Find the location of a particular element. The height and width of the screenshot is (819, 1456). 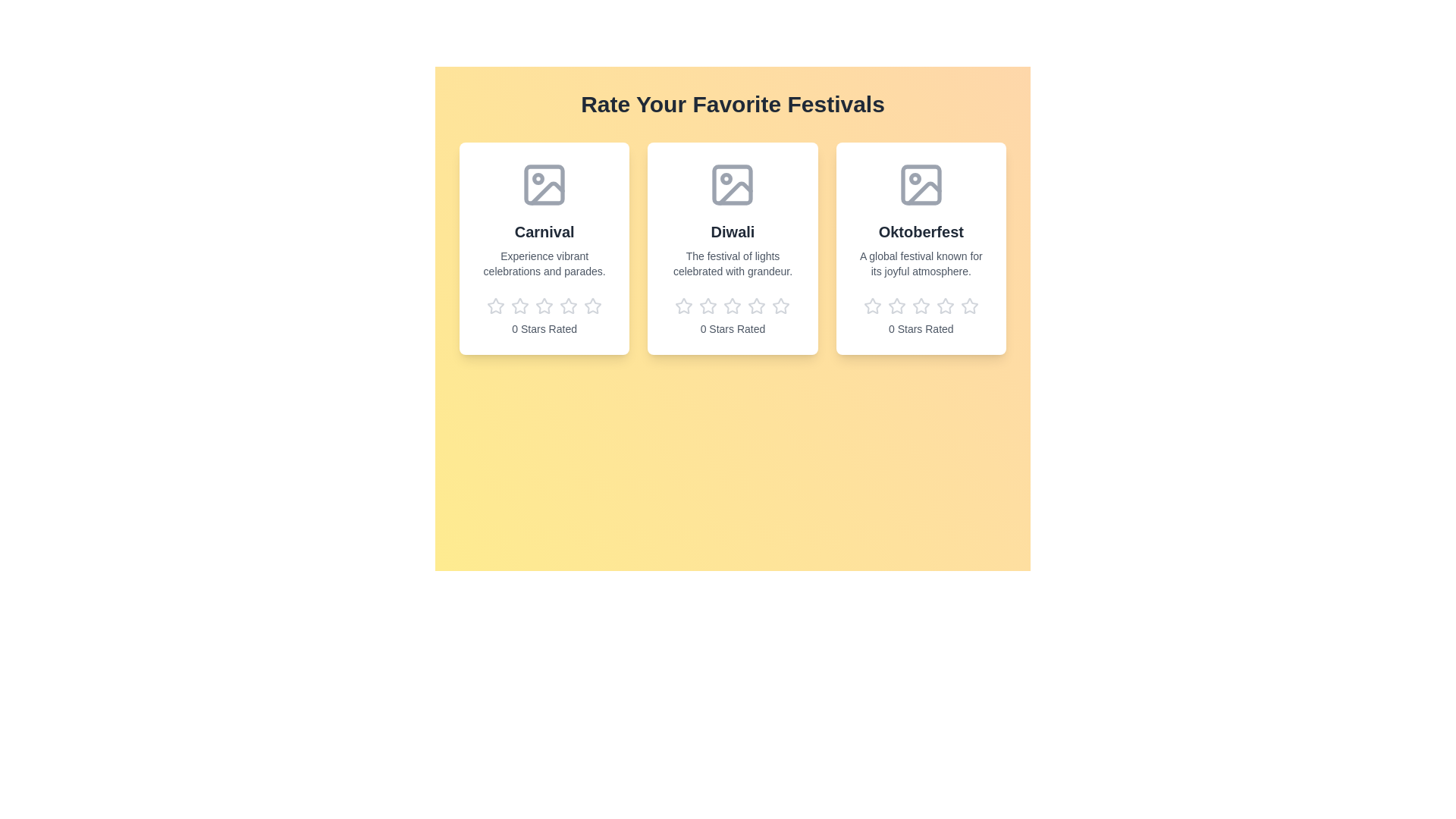

the festival card to view its title and description is located at coordinates (544, 247).